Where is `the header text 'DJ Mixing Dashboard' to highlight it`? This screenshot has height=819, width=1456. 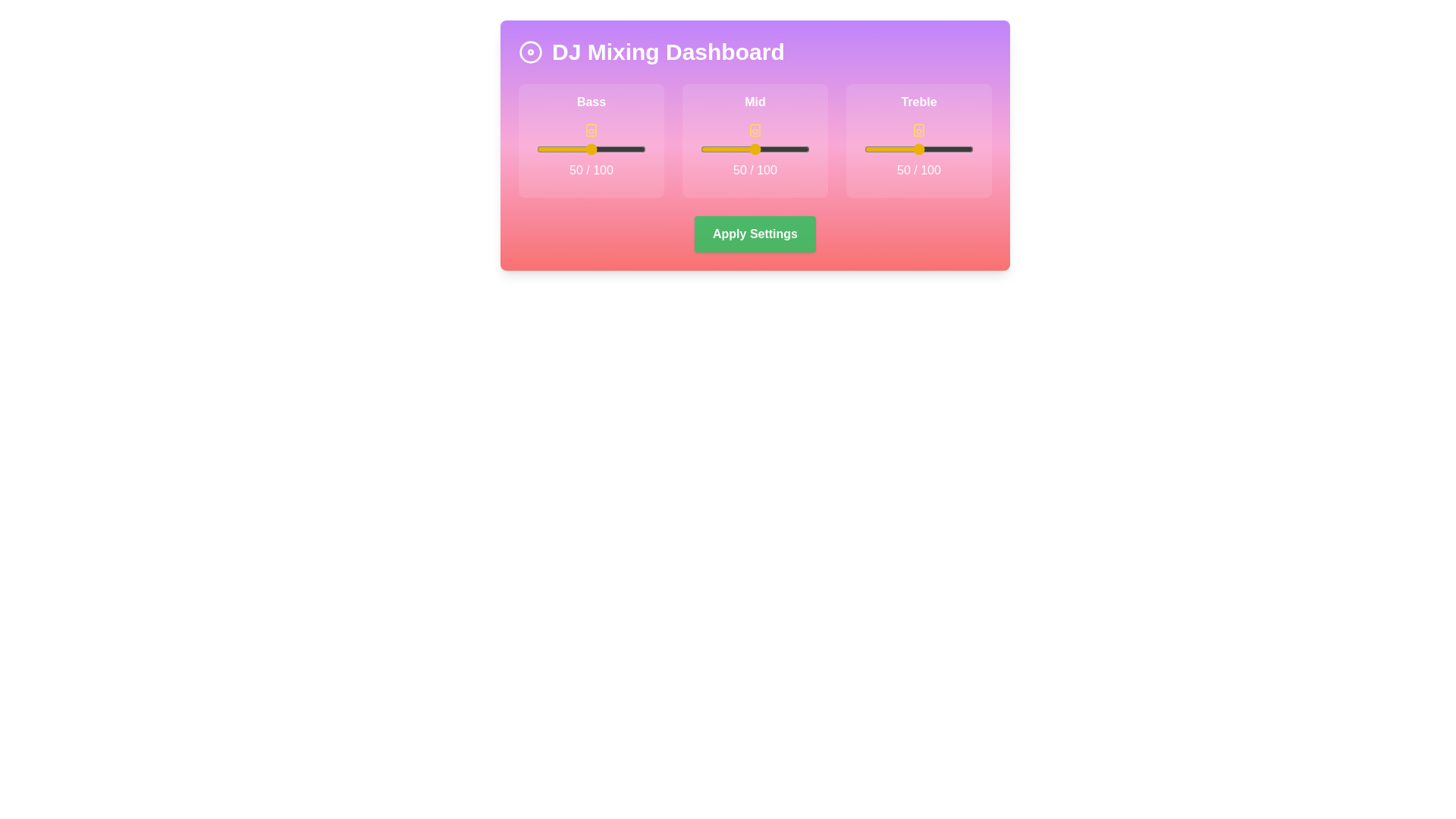
the header text 'DJ Mixing Dashboard' to highlight it is located at coordinates (667, 52).